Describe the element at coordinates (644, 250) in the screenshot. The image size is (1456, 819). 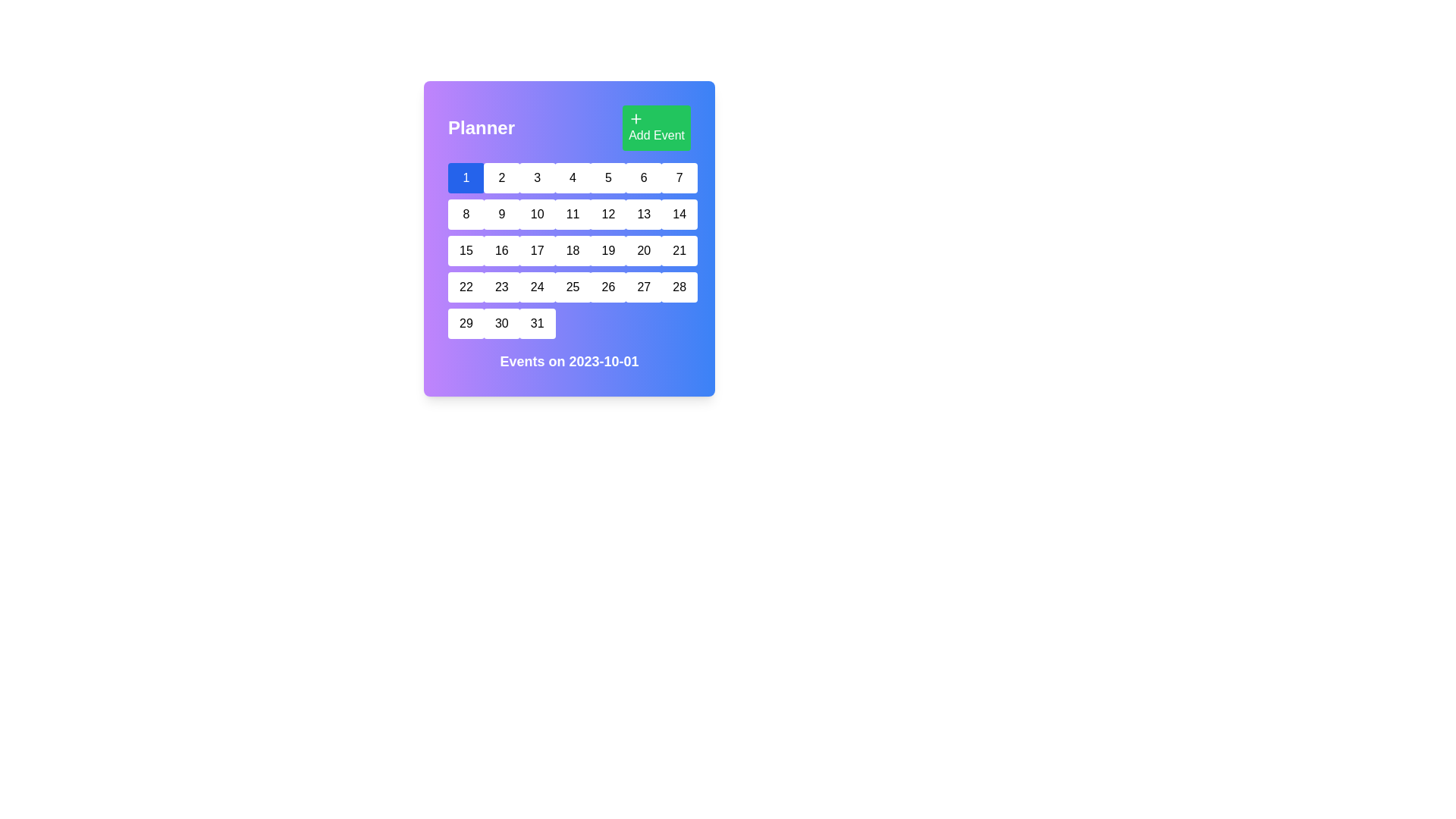
I see `the button in the calendar interface that allows users` at that location.